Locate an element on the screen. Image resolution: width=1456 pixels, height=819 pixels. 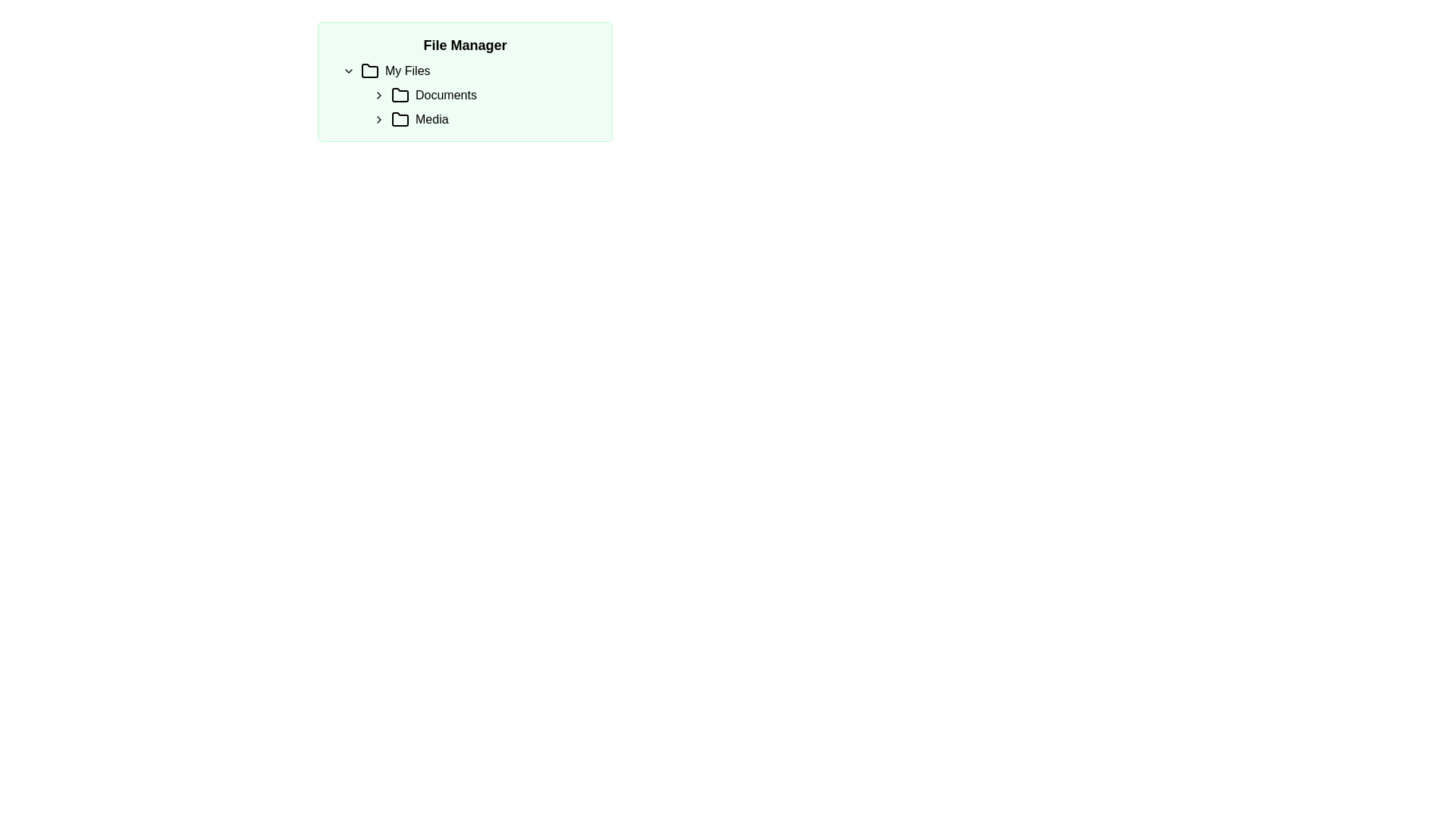
the static label or header at the top-right corner of the folder navigation interface, which indicates the function or title related to file management is located at coordinates (464, 45).